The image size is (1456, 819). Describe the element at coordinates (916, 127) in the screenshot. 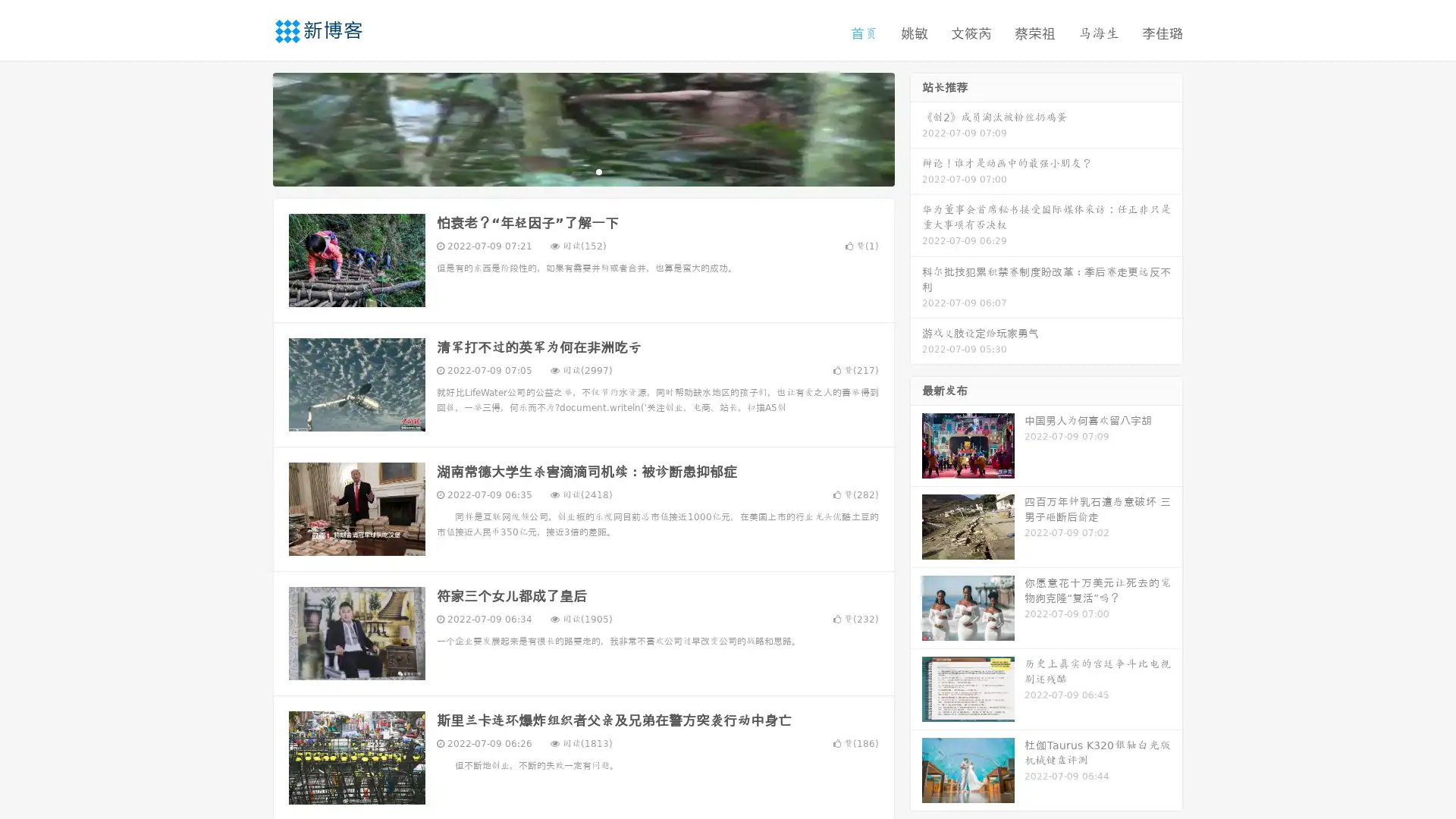

I see `Next slide` at that location.